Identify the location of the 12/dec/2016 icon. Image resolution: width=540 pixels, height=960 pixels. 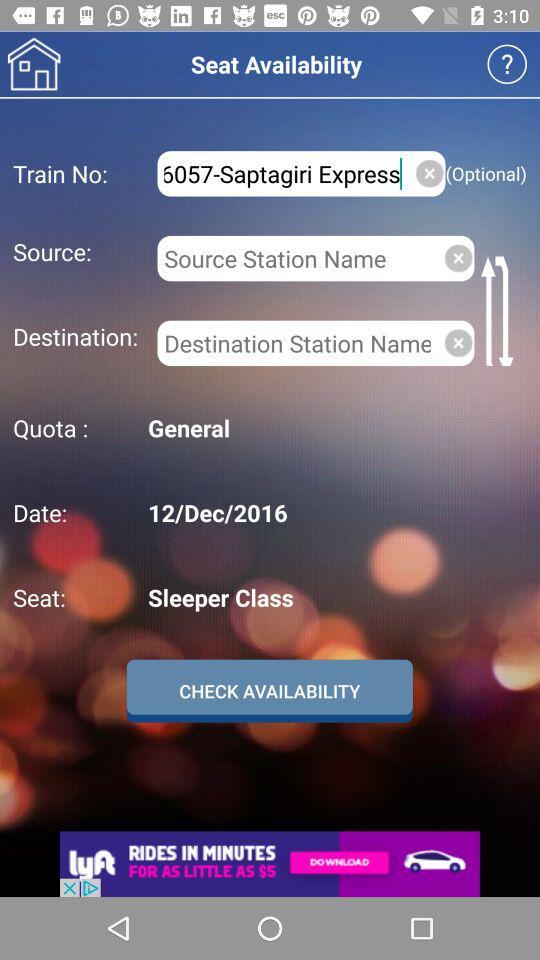
(334, 511).